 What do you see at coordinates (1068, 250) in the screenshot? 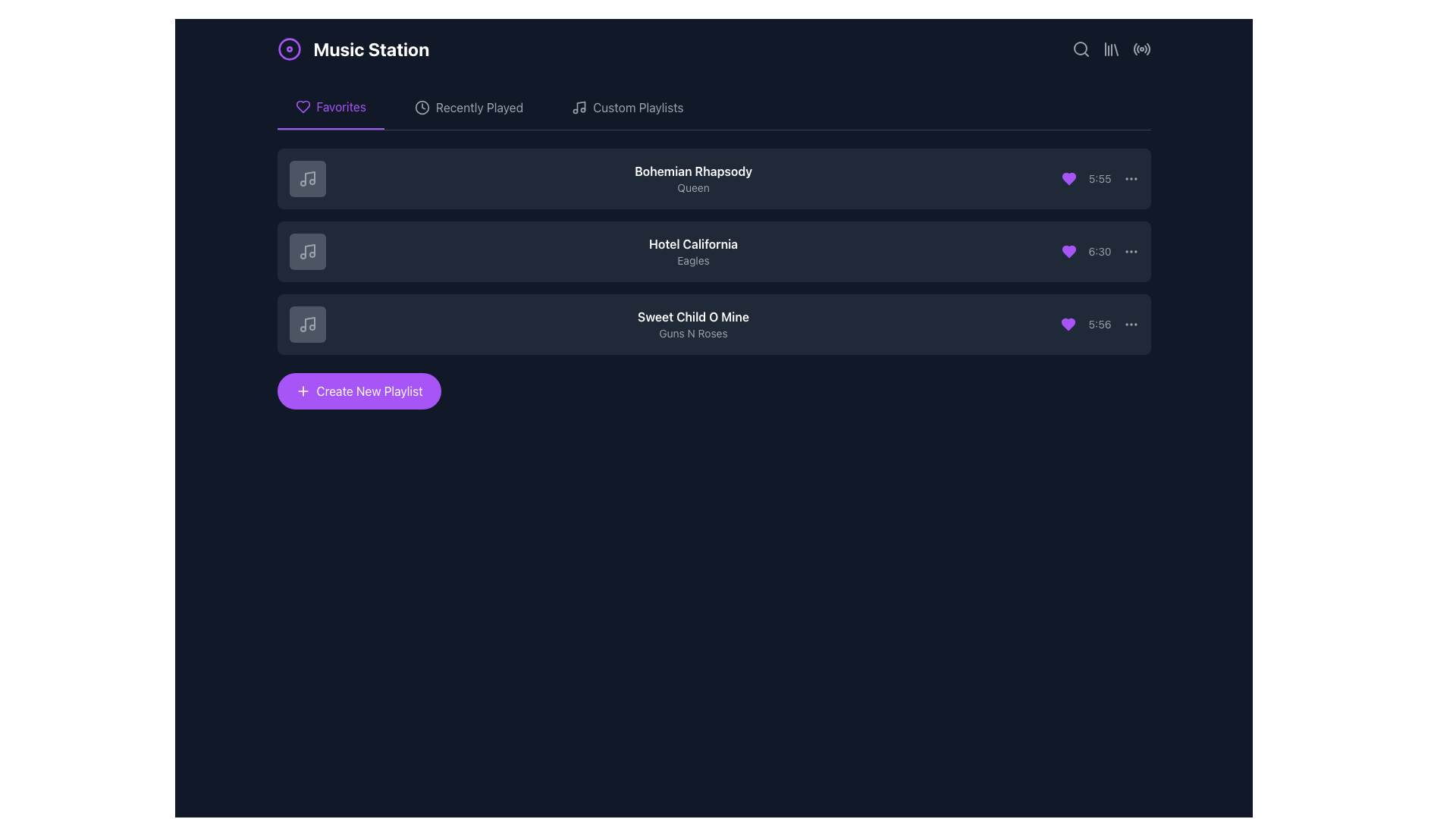
I see `the heart-shaped favoriting indicator located within the second list item in the 'Favorites' tab section` at bounding box center [1068, 250].